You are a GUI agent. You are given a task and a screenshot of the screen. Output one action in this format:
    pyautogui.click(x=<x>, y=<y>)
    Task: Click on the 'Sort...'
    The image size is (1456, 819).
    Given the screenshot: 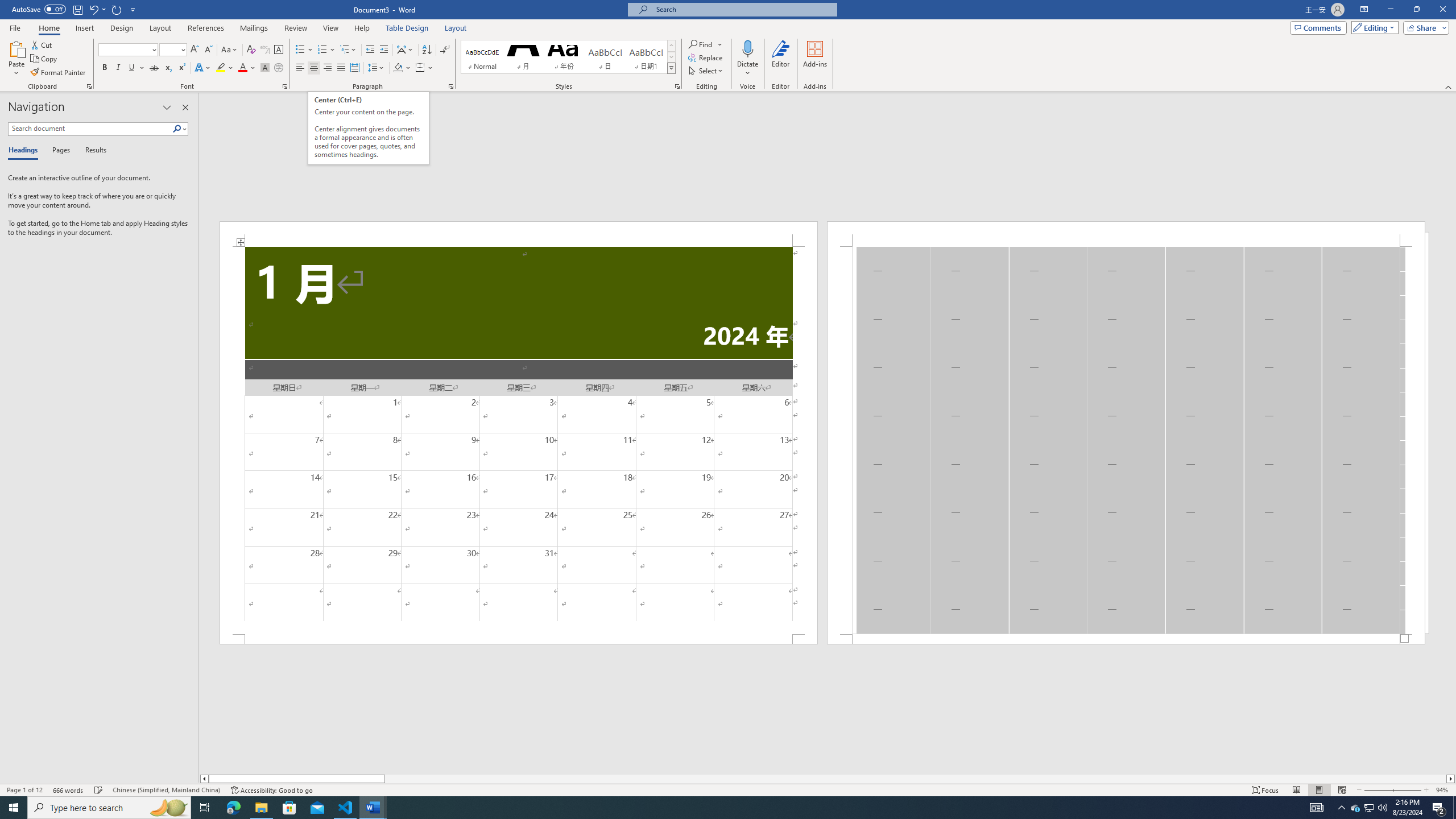 What is the action you would take?
    pyautogui.click(x=427, y=49)
    